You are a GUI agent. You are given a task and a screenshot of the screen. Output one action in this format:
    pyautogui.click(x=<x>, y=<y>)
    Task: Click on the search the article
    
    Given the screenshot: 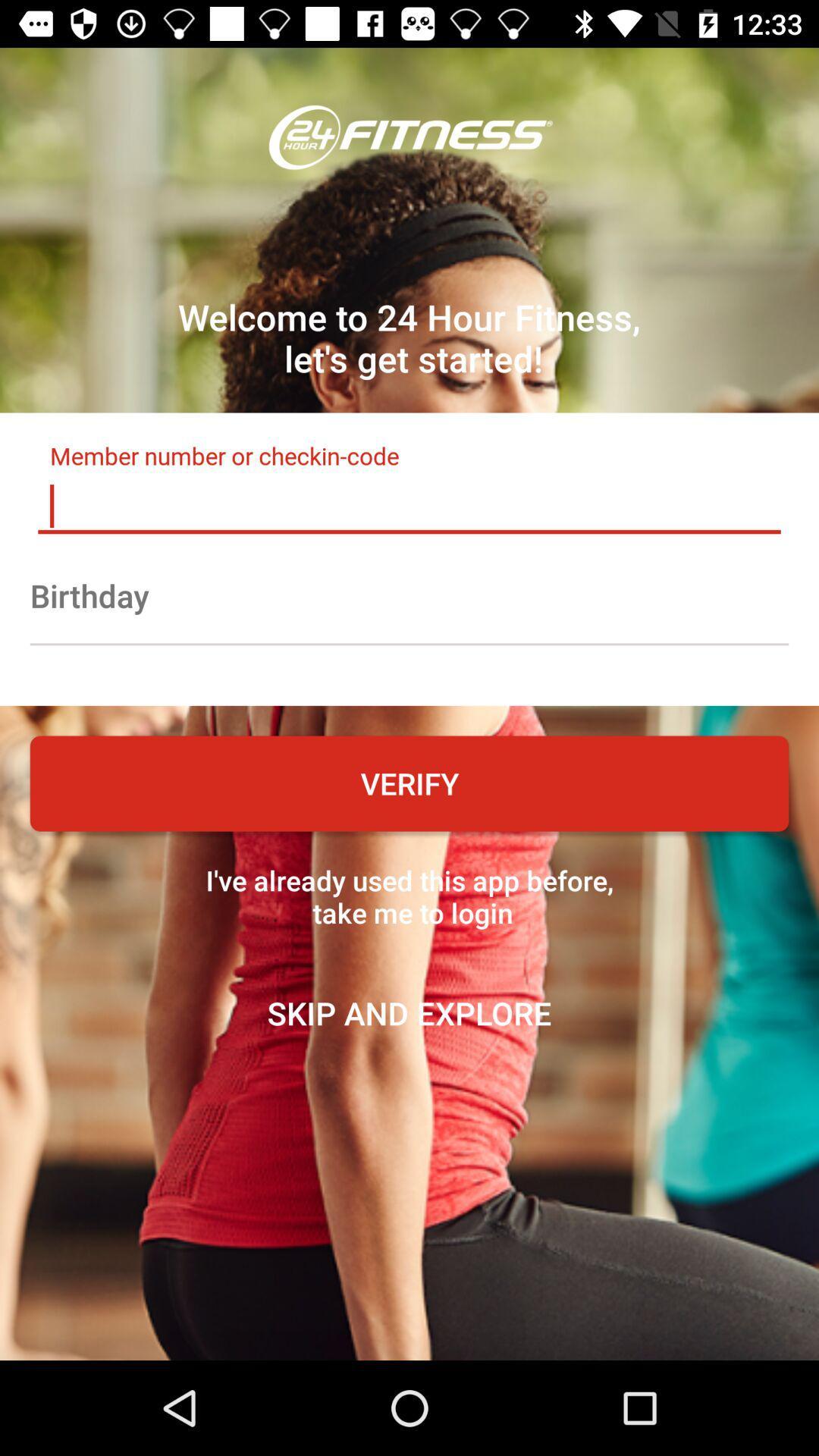 What is the action you would take?
    pyautogui.click(x=409, y=506)
    